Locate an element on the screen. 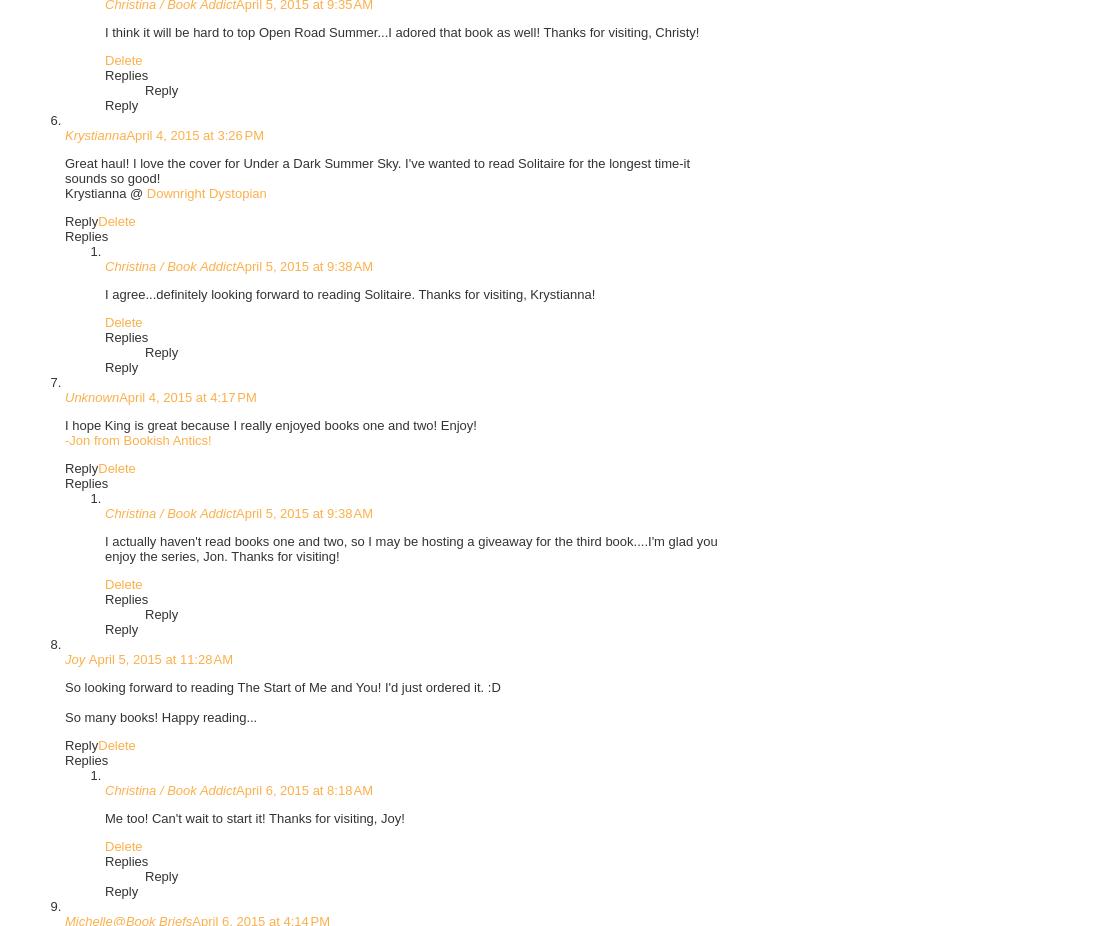 The width and height of the screenshot is (1100, 926). 'I agree...definitely looking forward to reading Solitaire. Thanks for visiting, Krystianna!' is located at coordinates (350, 293).